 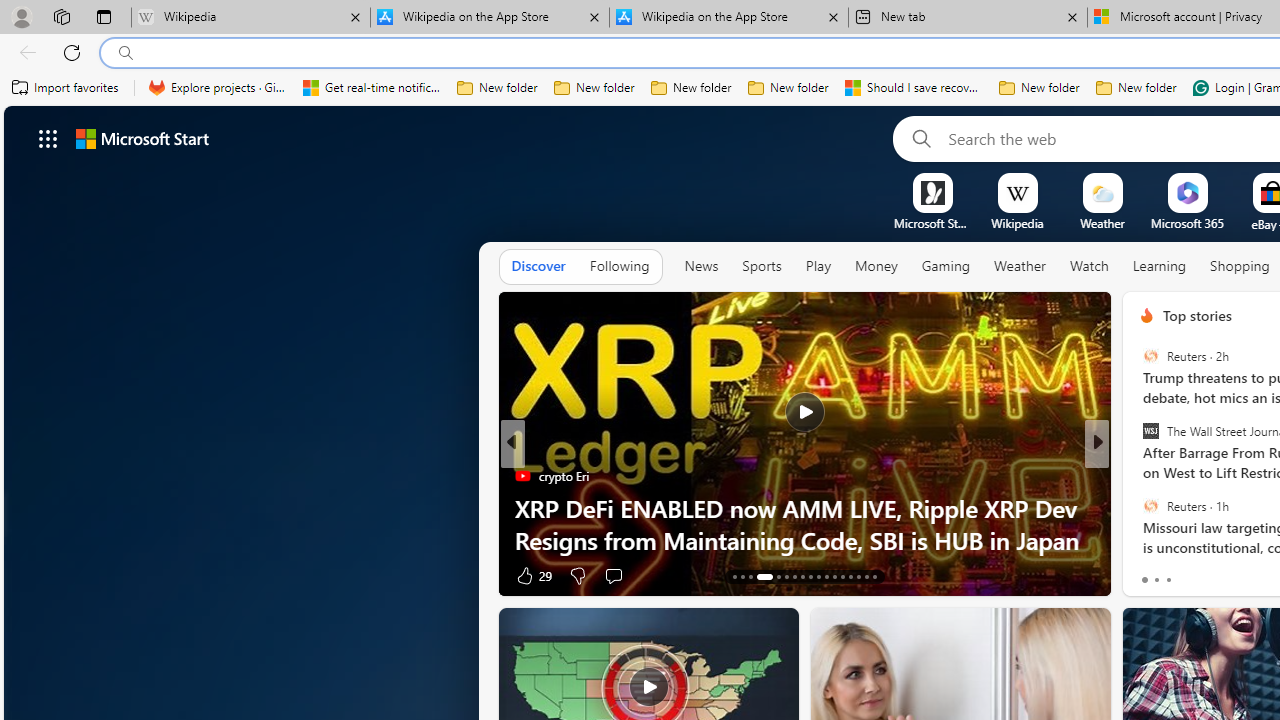 What do you see at coordinates (810, 577) in the screenshot?
I see `'AutomationID: tab-21'` at bounding box center [810, 577].